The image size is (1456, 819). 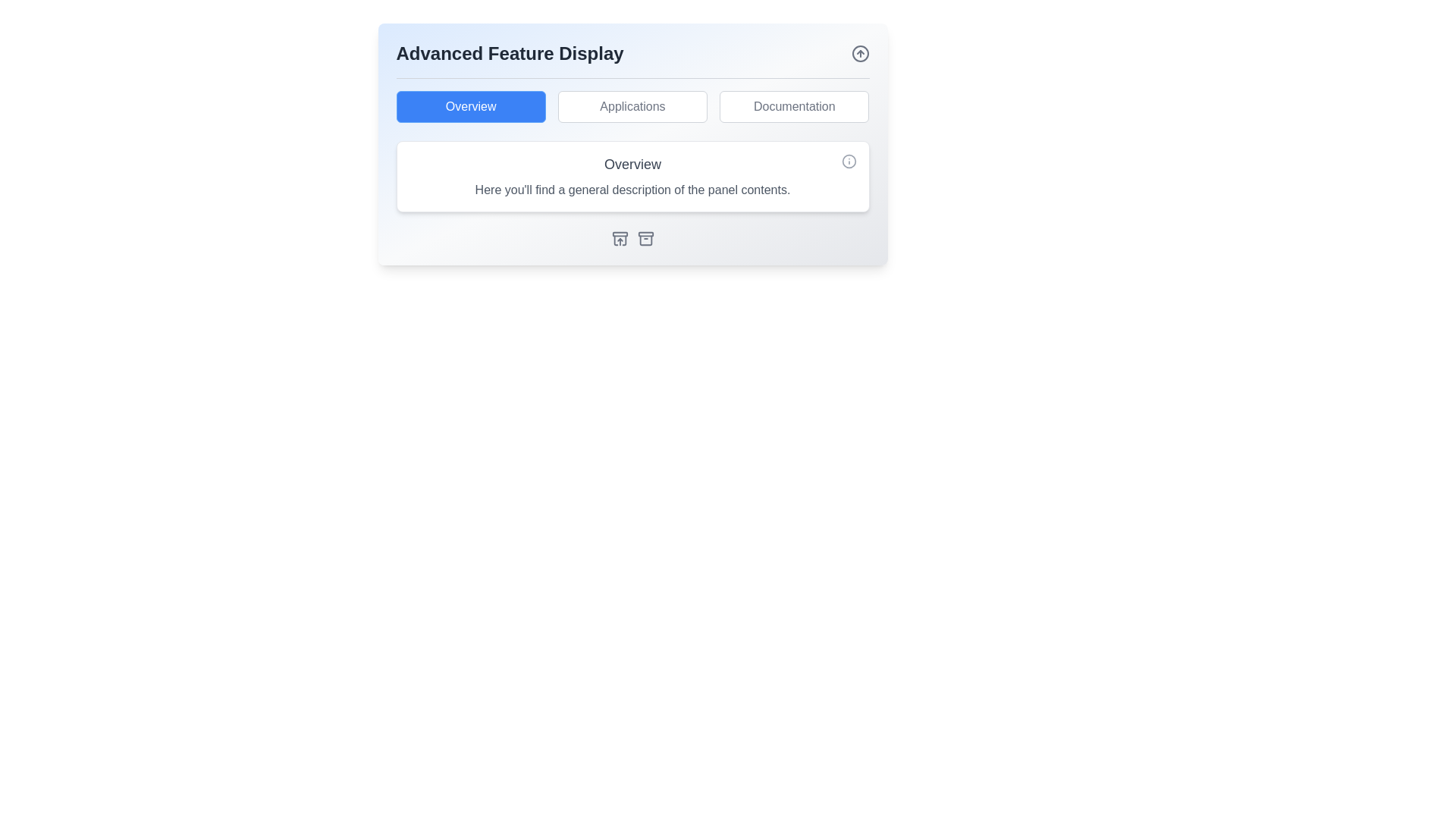 I want to click on the 'Applications' button, which is a rectangular button with gray text and a white background, located between the 'Overview' and 'Documentation' buttons, so click(x=632, y=106).